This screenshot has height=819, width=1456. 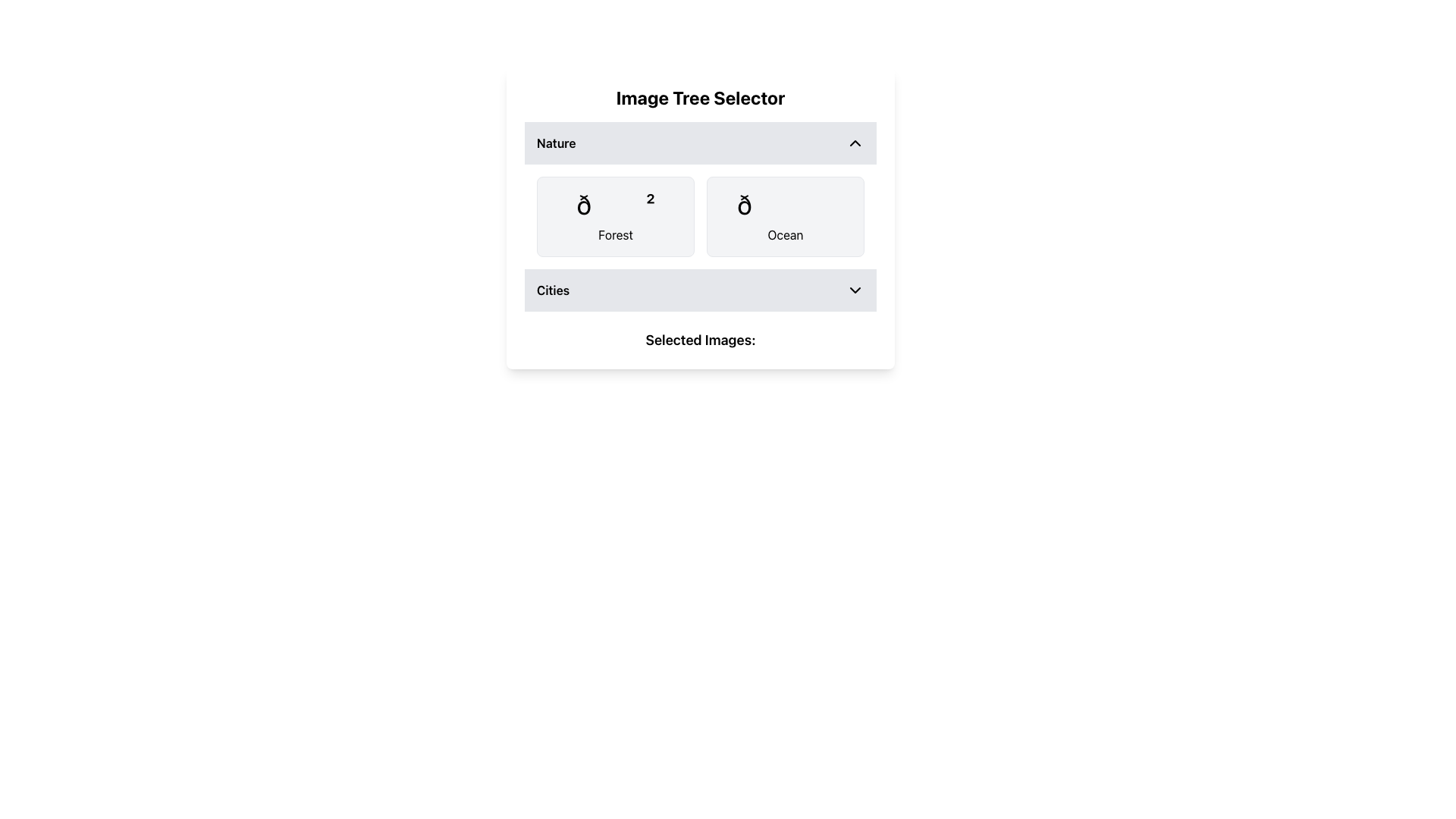 I want to click on the Dropdown Trigger for the category labeled 'Cities', which is located in the bottom row of the 'Nature' group, so click(x=700, y=290).